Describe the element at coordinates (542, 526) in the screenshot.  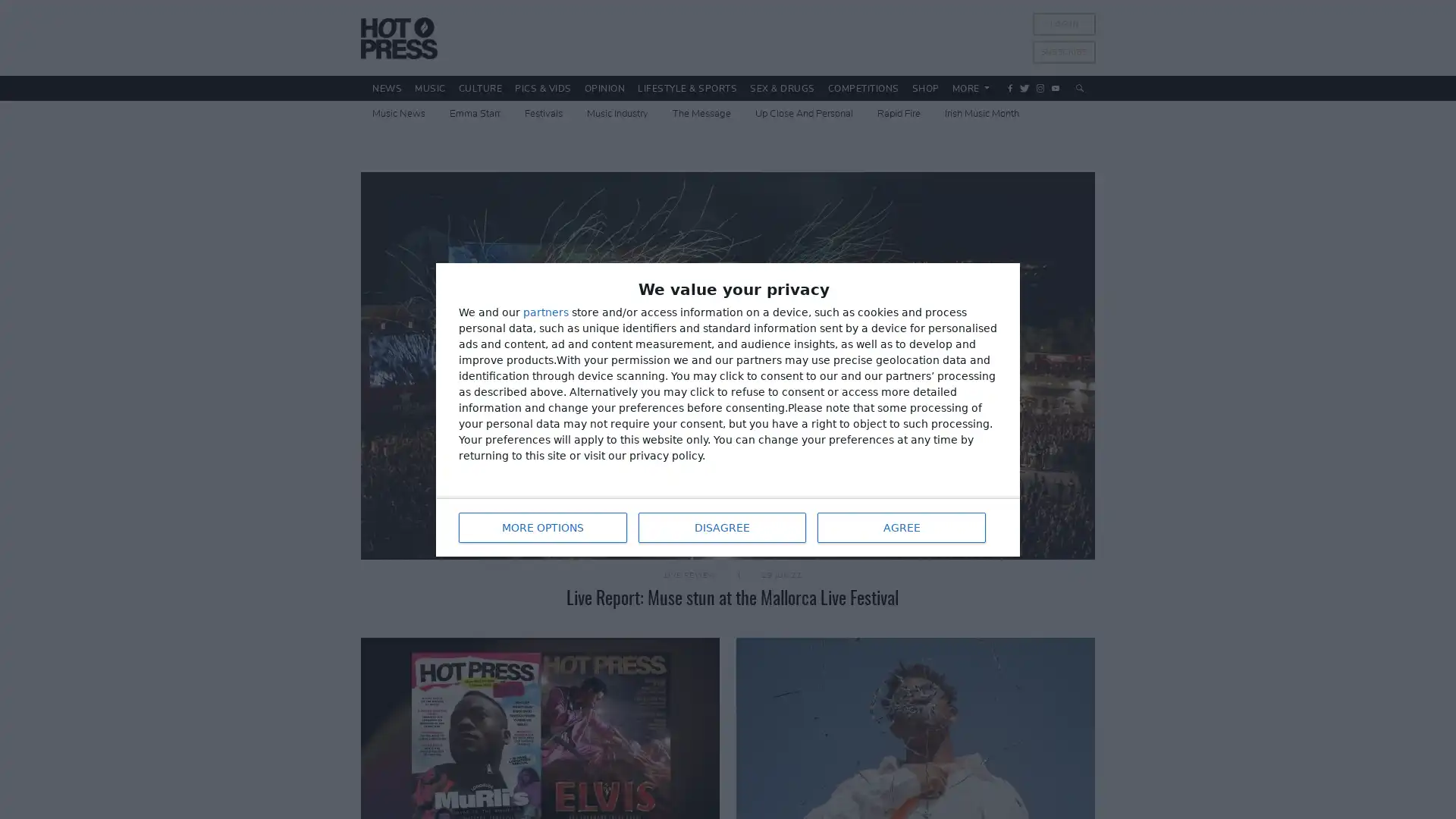
I see `MORE OPTIONS` at that location.